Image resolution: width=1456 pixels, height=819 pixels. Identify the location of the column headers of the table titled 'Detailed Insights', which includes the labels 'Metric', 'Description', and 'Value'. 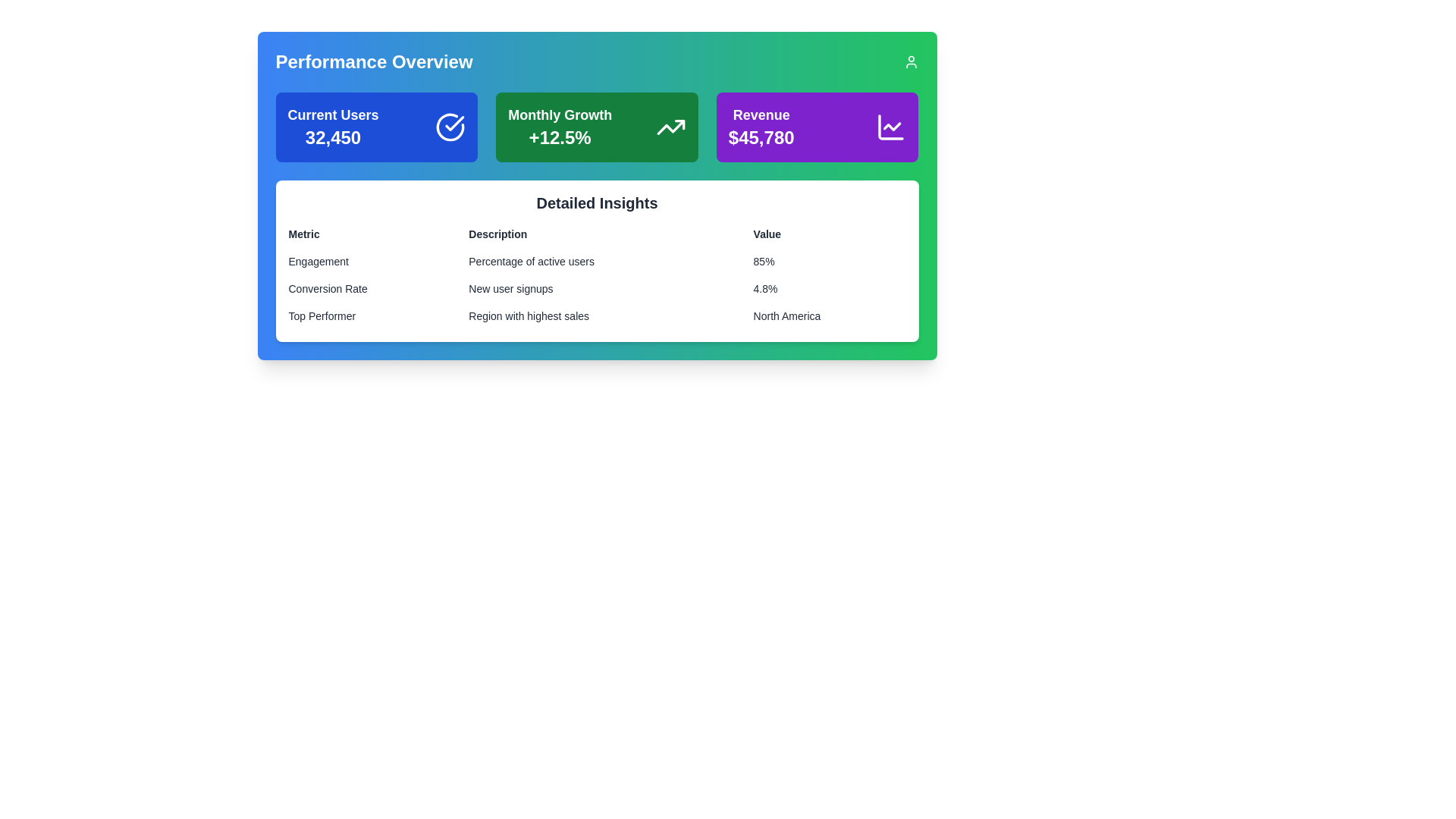
(596, 237).